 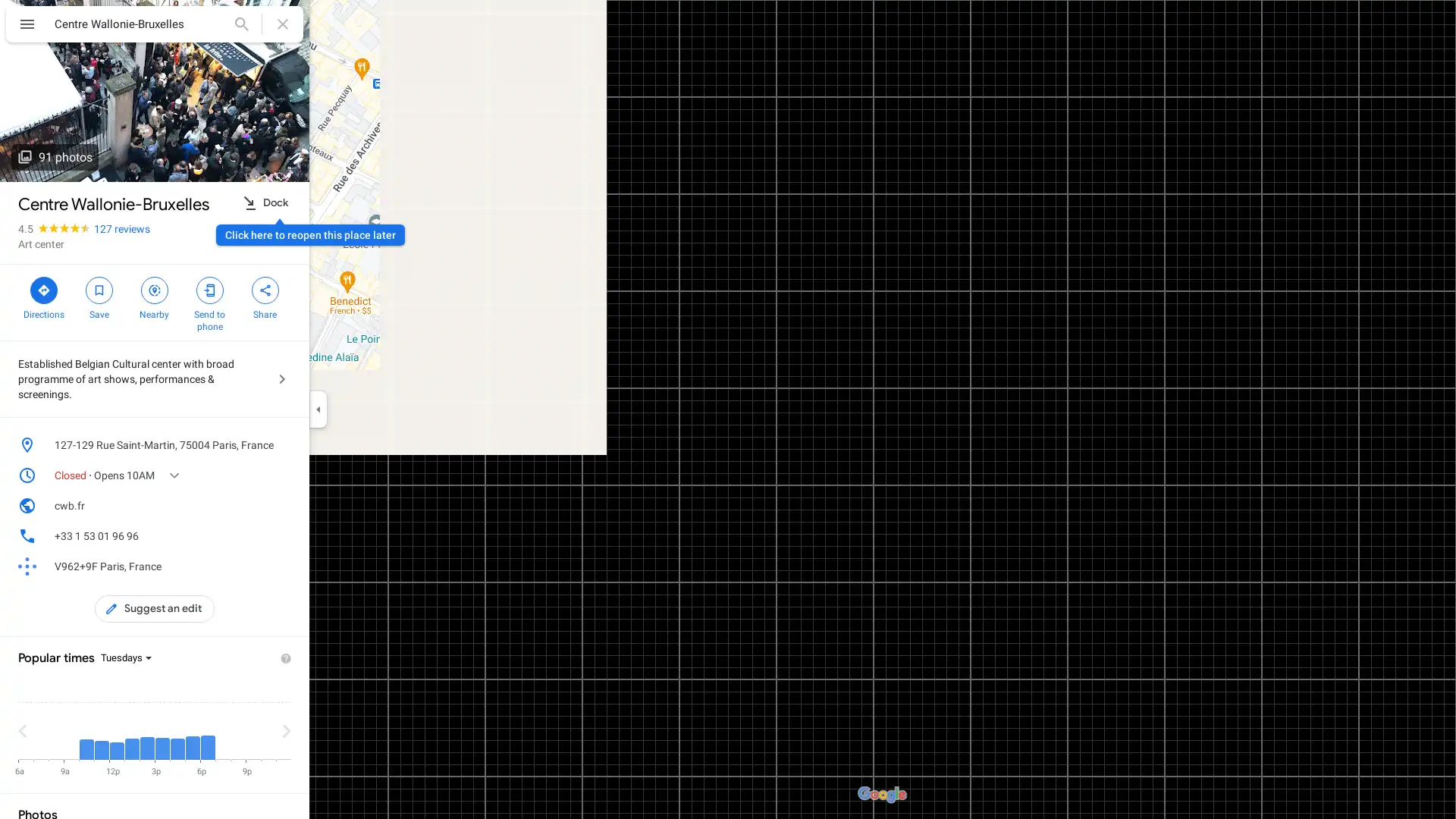 I want to click on Share Centre Wallonie-Bruxelles, so click(x=265, y=296).